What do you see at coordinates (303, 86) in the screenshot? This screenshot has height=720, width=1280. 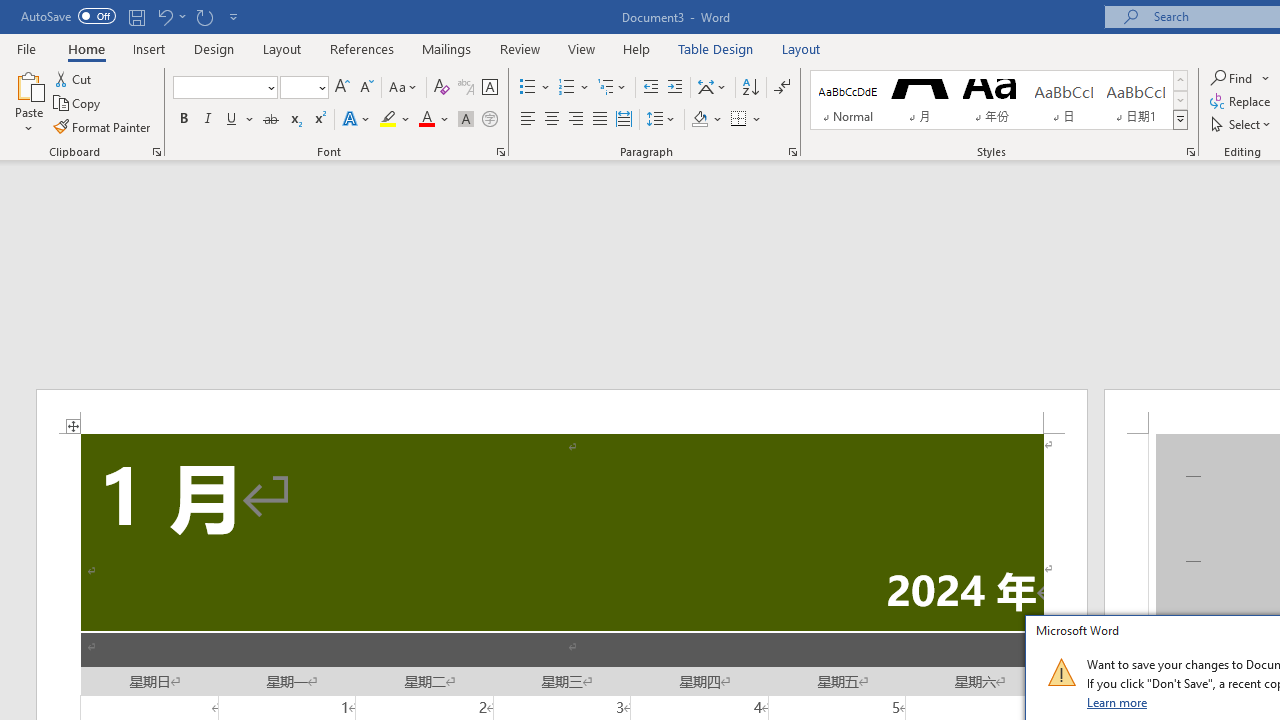 I see `'Font Size'` at bounding box center [303, 86].